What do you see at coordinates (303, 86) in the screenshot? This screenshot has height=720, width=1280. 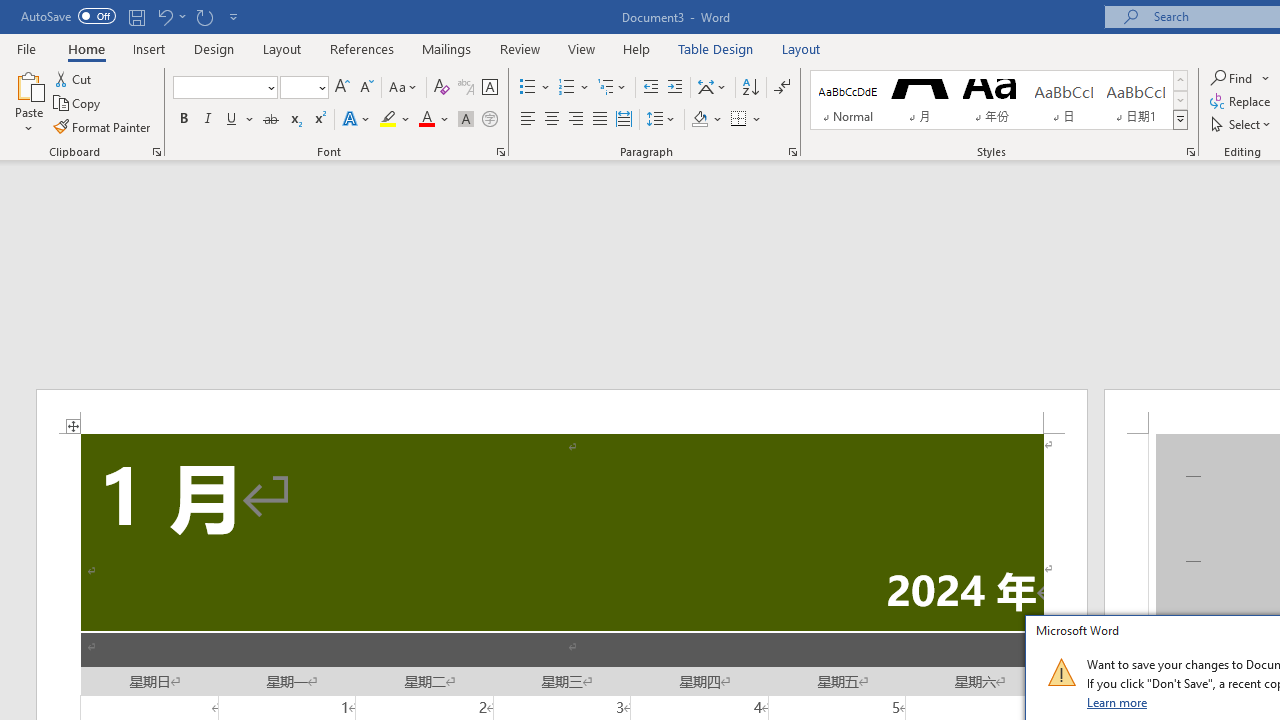 I see `'Font Size'` at bounding box center [303, 86].